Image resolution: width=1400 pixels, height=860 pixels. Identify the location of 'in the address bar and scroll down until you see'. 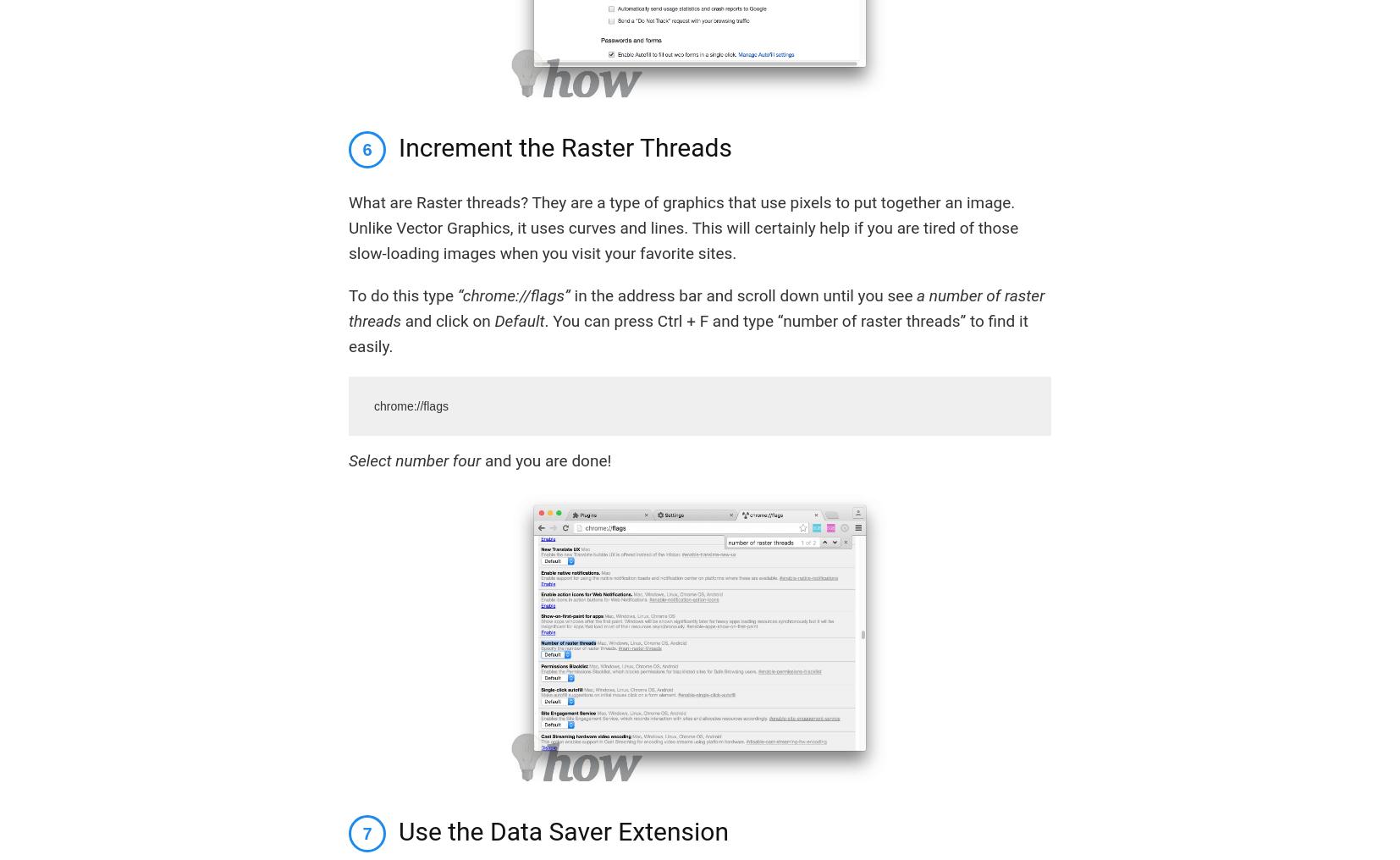
(740, 295).